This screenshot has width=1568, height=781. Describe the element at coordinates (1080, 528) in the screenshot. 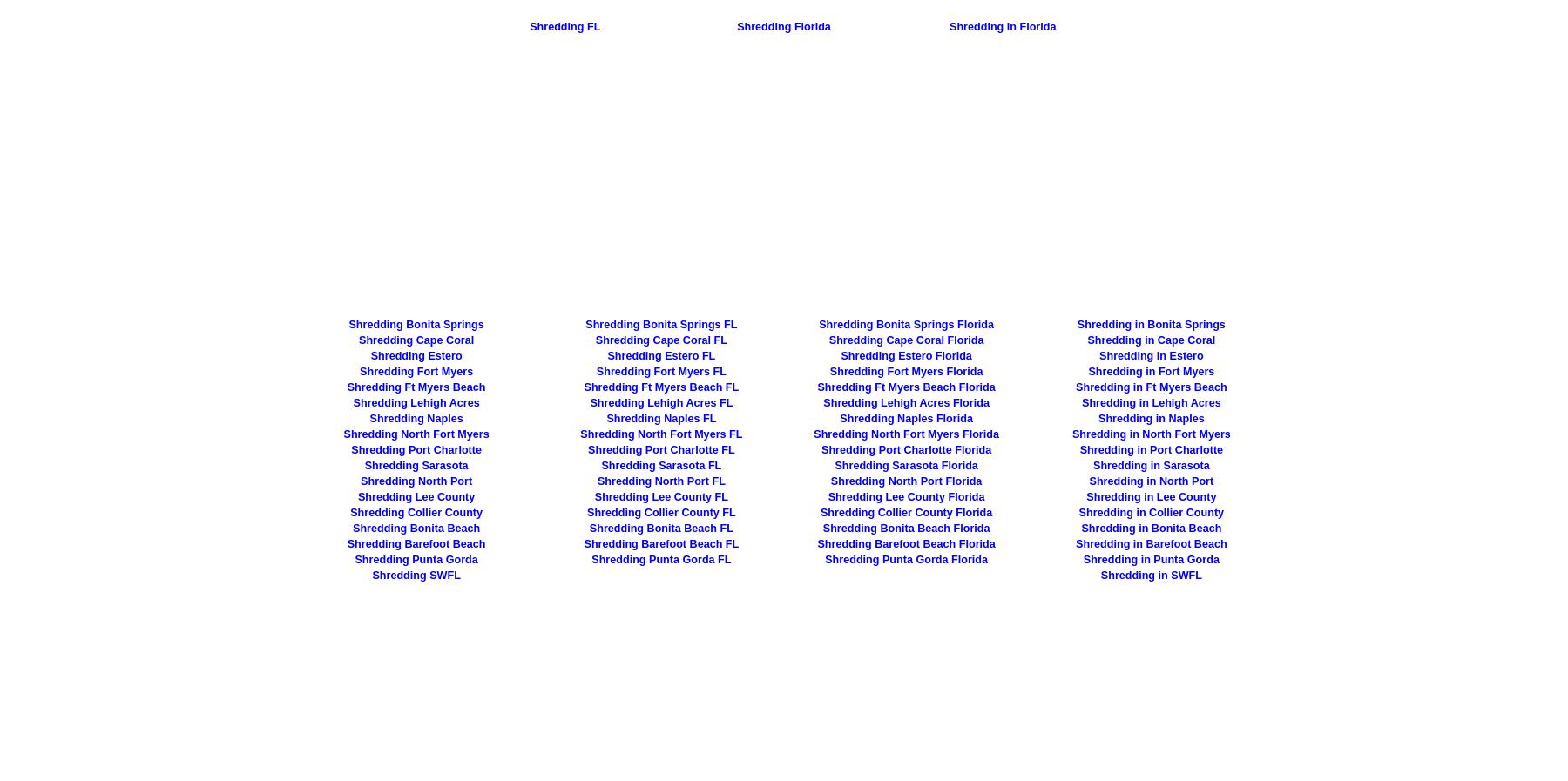

I see `'Shredding in Bonita Beach'` at that location.